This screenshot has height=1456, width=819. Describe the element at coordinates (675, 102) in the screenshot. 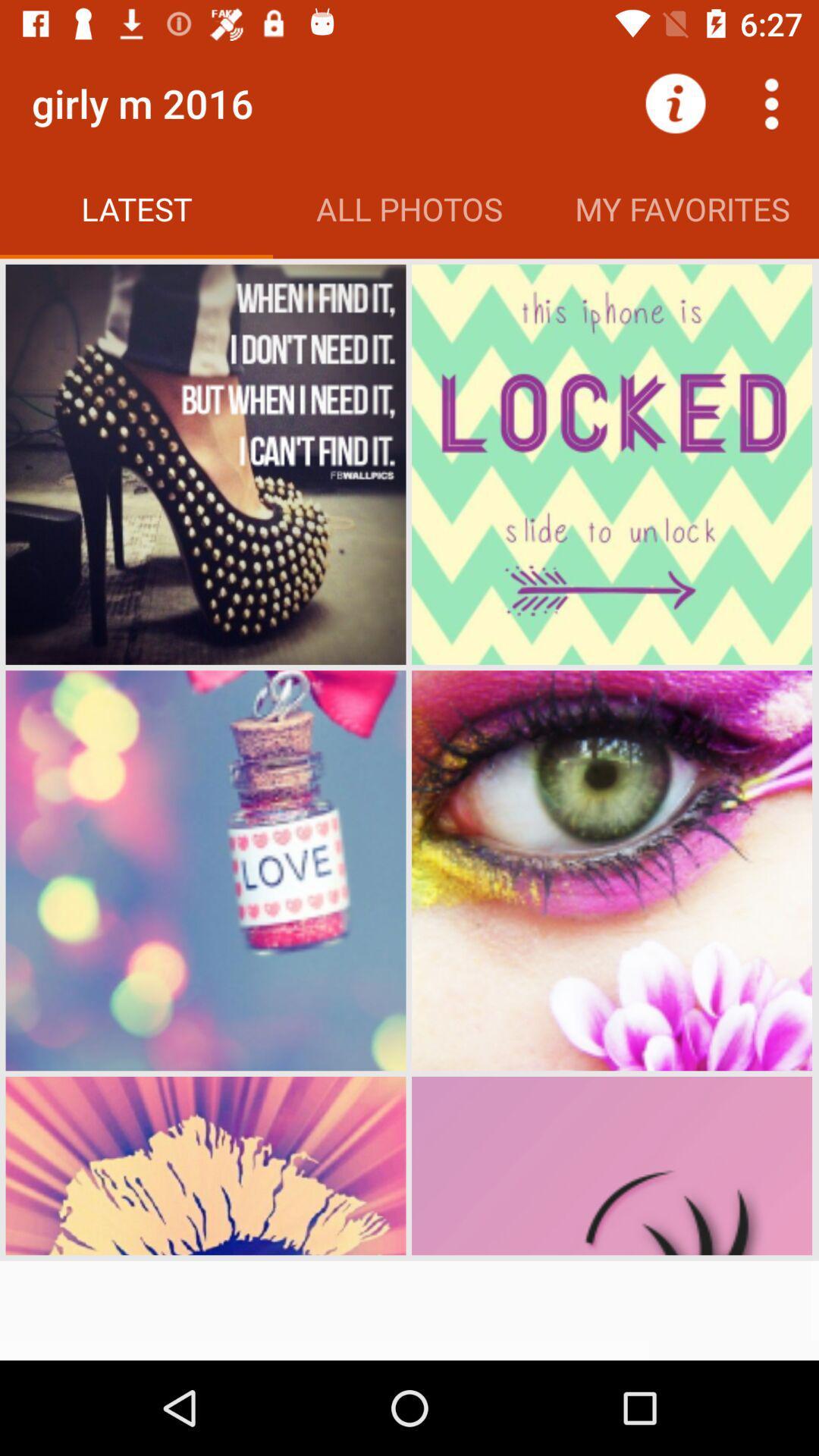

I see `the app above the my favorites app` at that location.